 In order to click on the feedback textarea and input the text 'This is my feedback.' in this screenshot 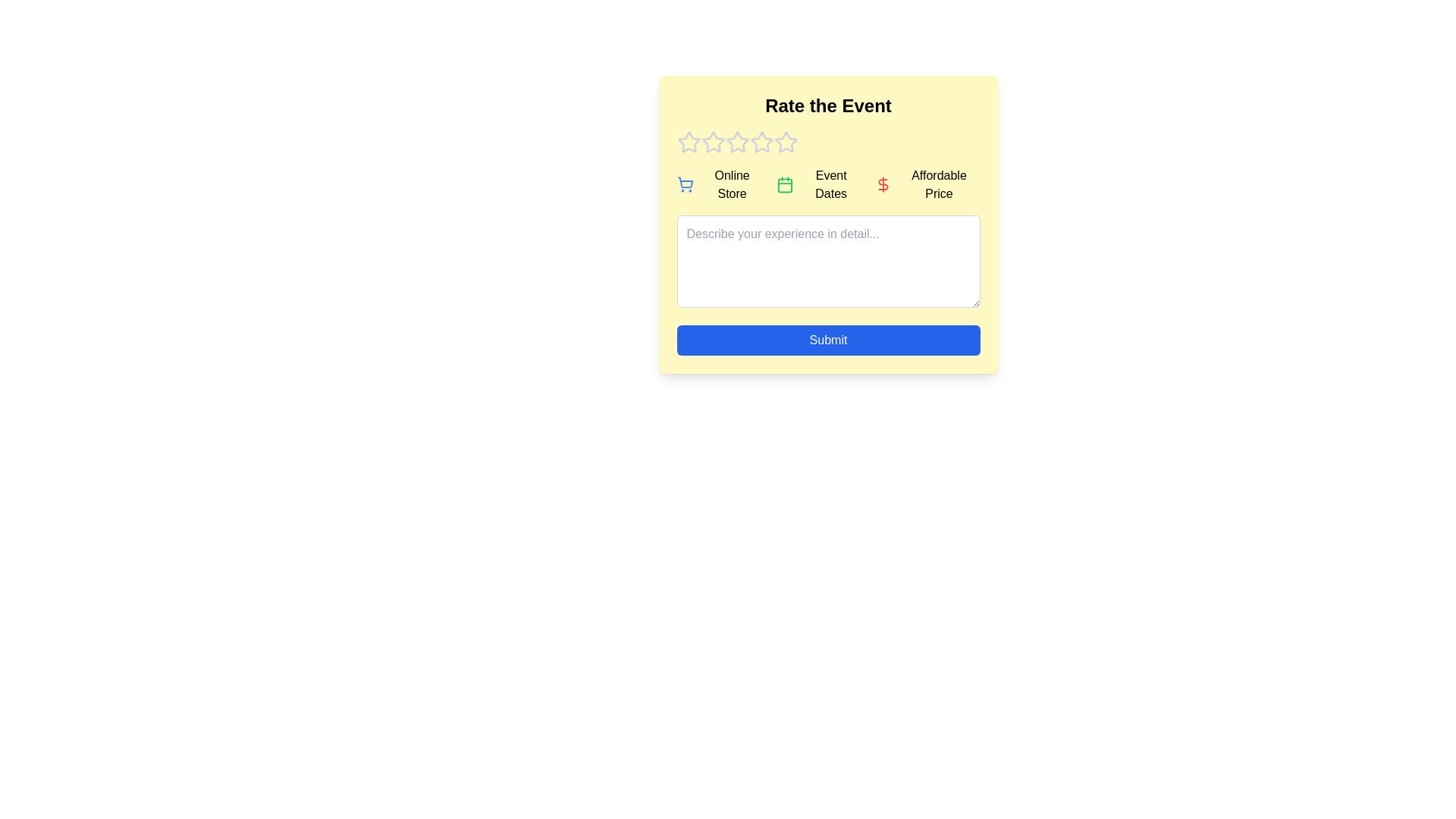, I will do `click(827, 260)`.